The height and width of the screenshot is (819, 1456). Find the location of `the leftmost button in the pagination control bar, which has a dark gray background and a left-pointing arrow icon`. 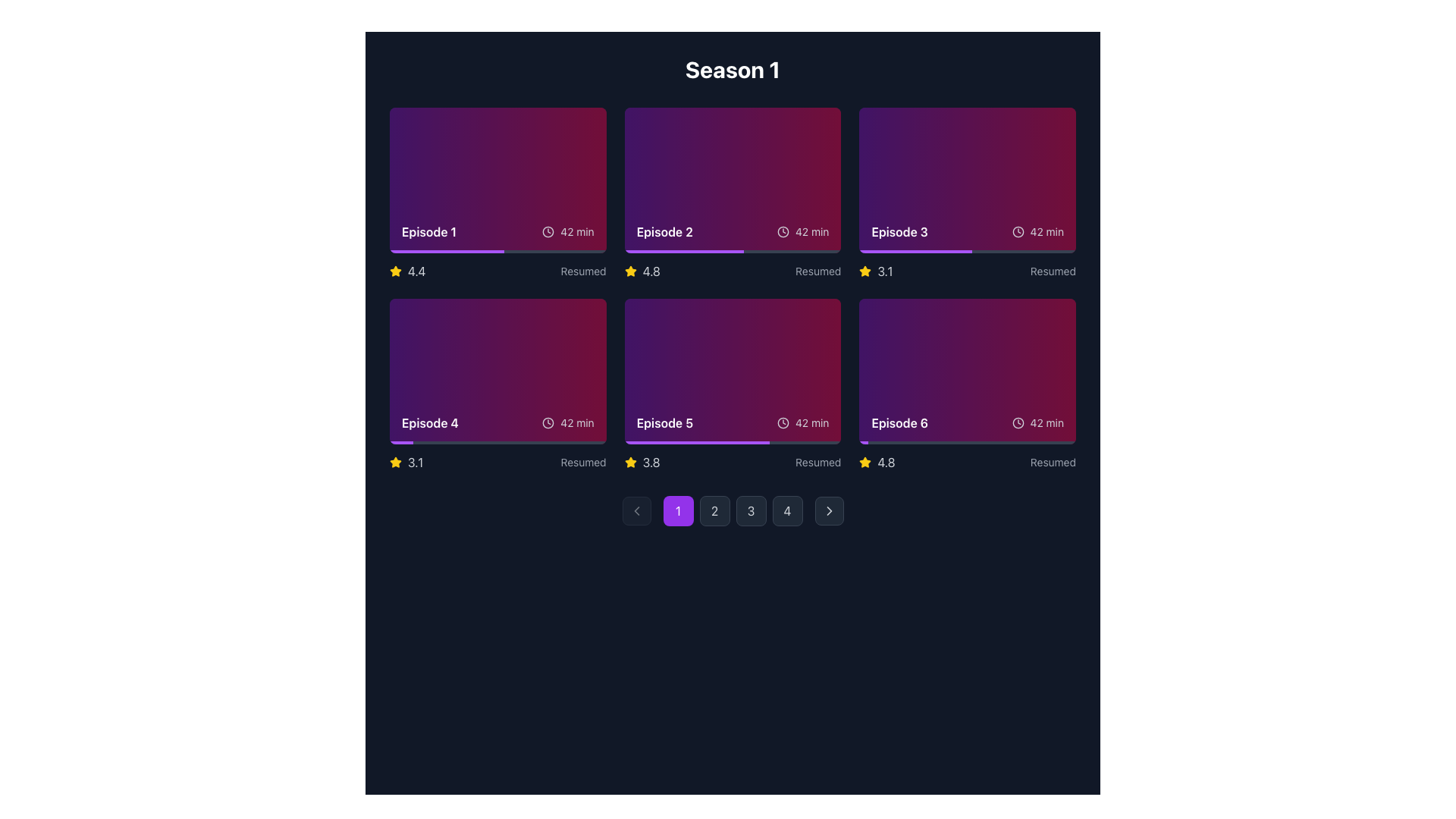

the leftmost button in the pagination control bar, which has a dark gray background and a left-pointing arrow icon is located at coordinates (636, 511).